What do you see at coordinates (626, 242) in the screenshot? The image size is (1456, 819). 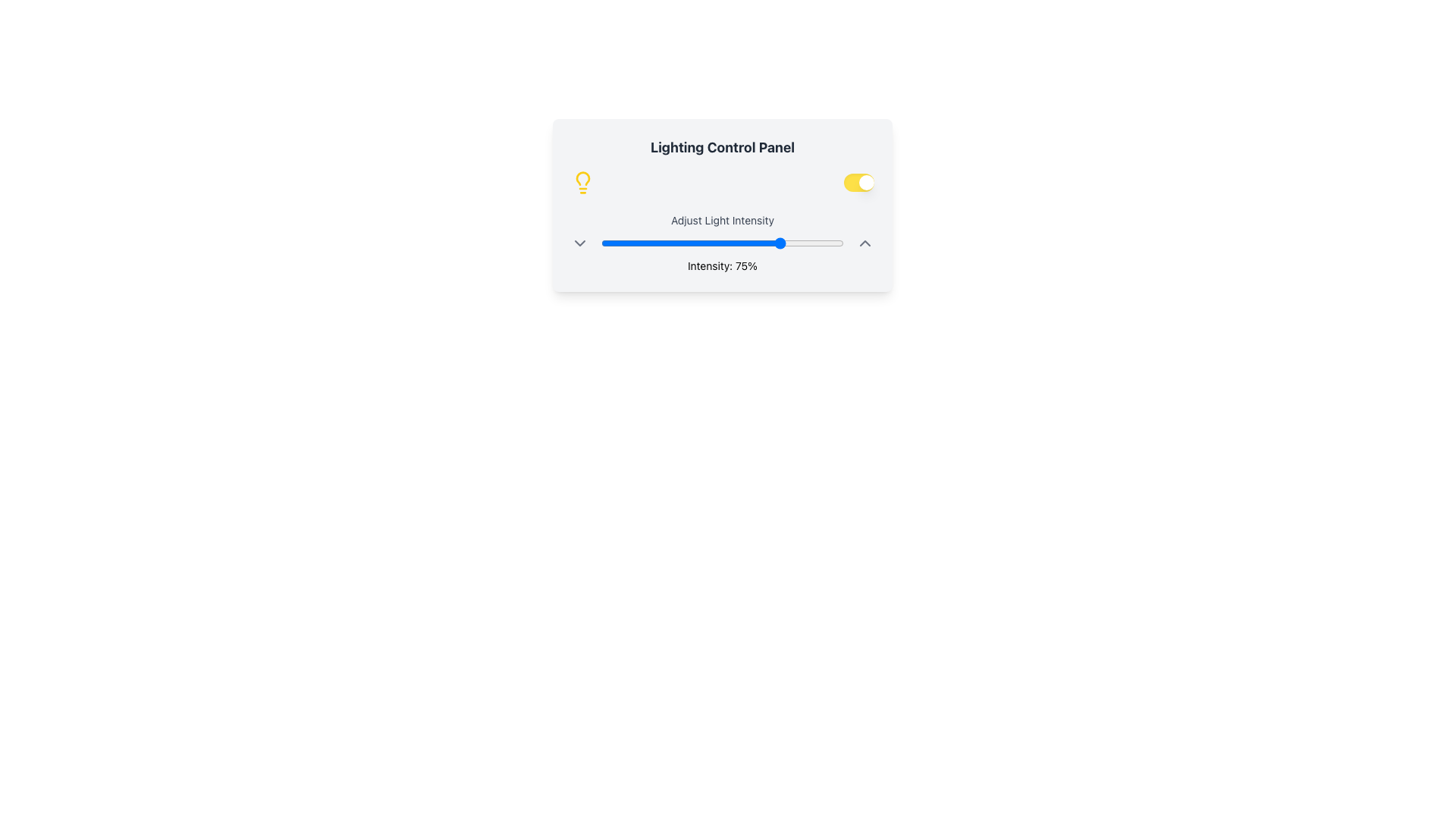 I see `light intensity` at bounding box center [626, 242].